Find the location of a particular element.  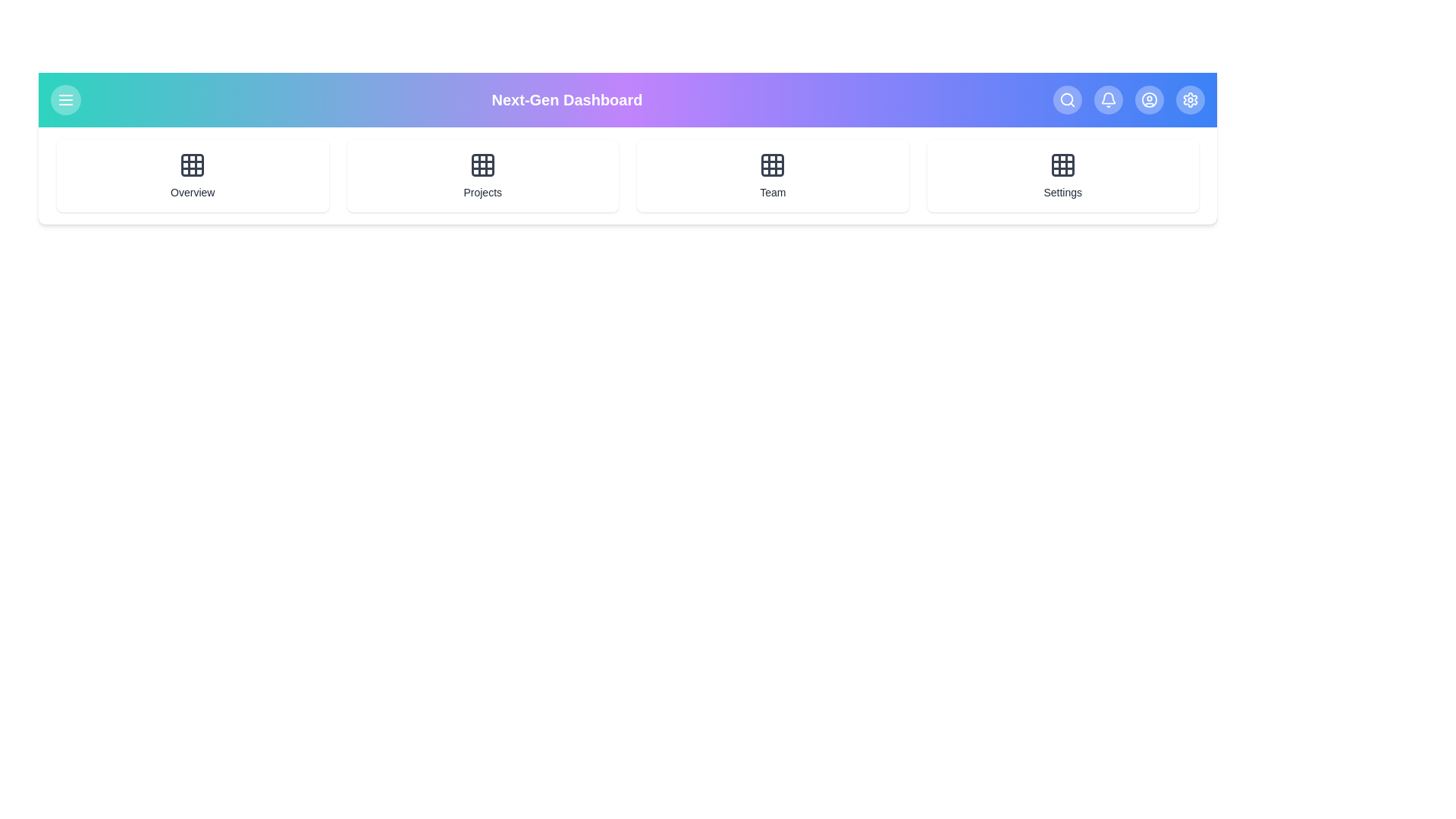

the grid item labeled Projects to navigate to that section is located at coordinates (482, 174).